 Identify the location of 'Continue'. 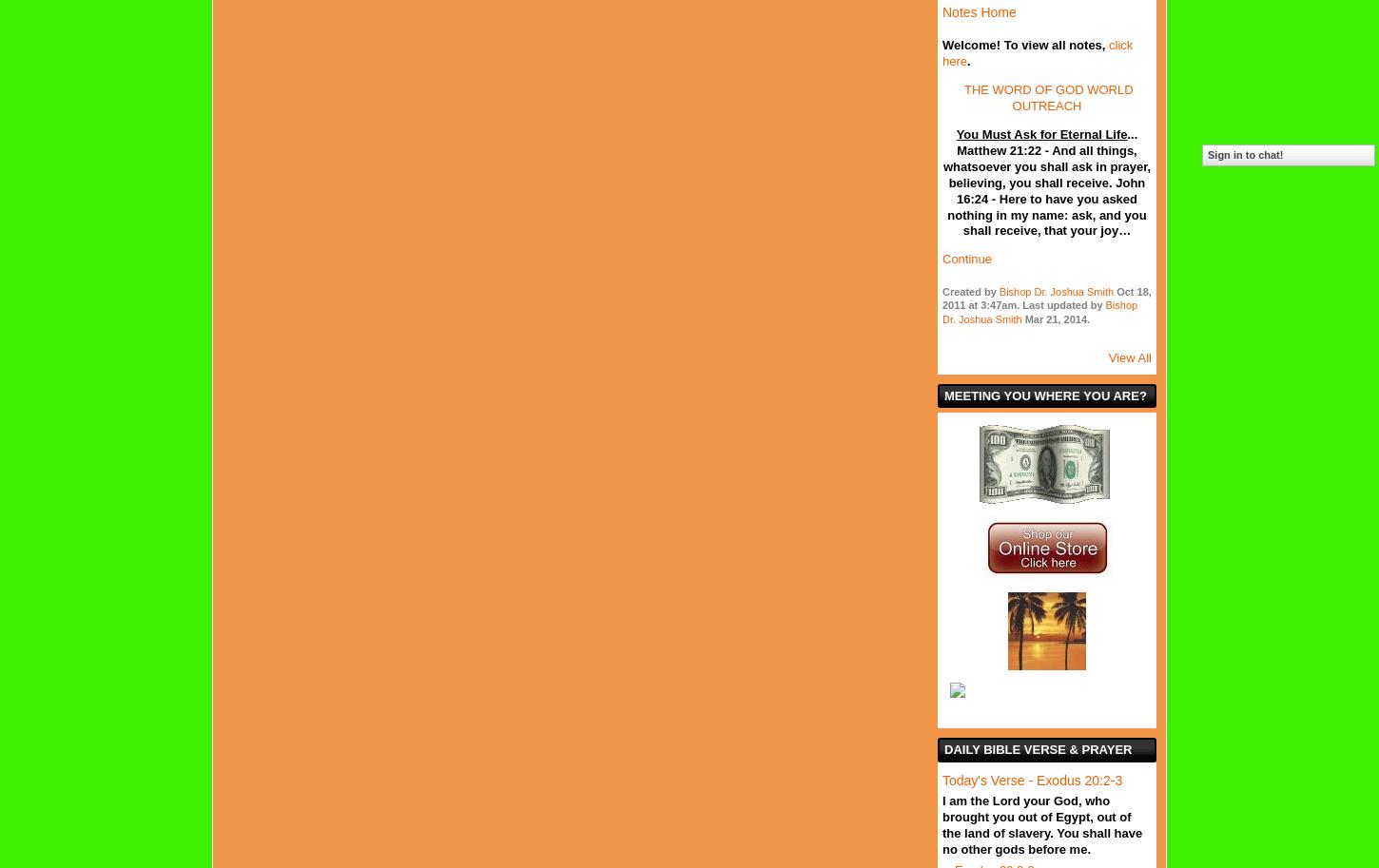
(967, 259).